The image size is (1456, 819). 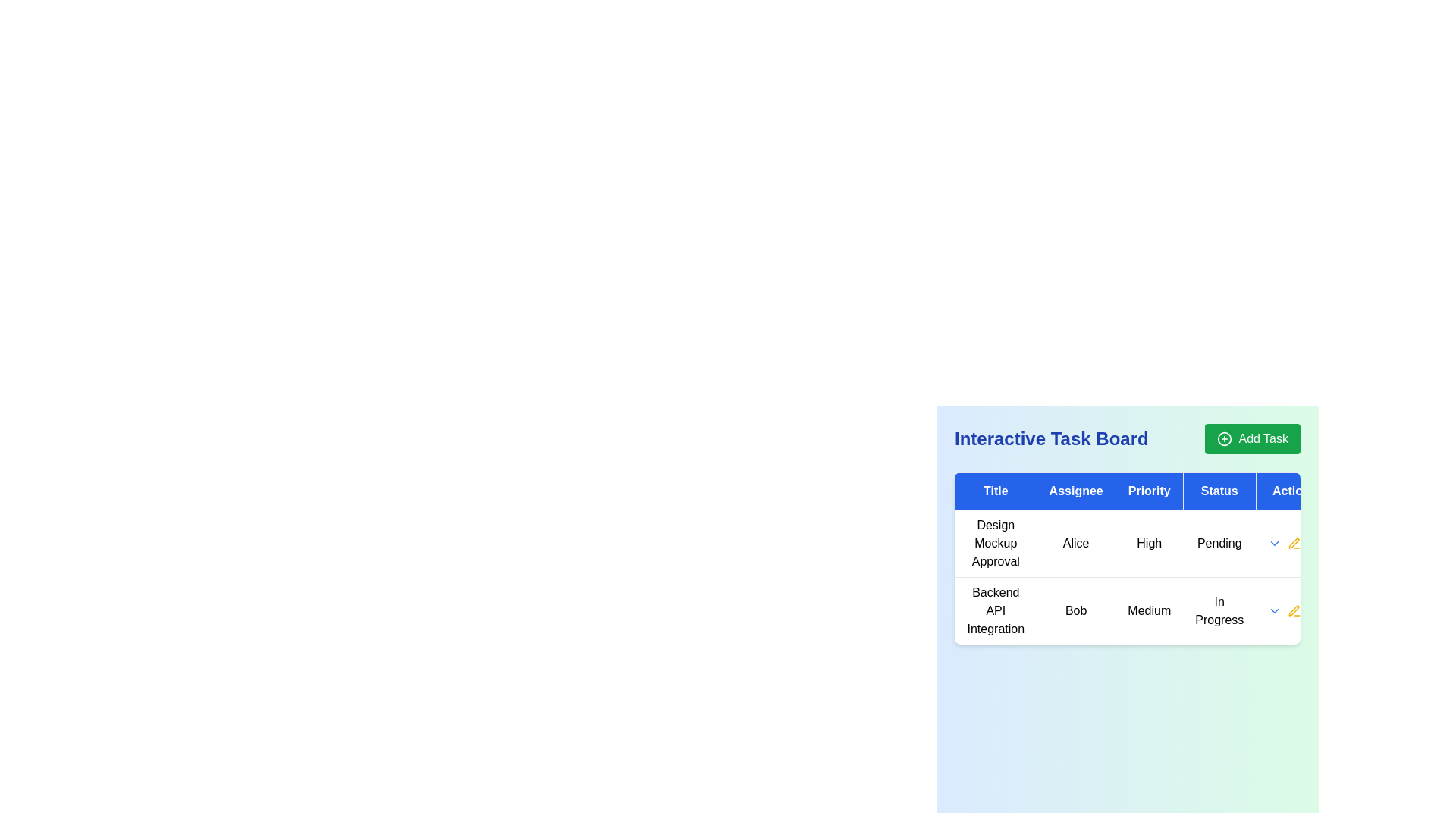 I want to click on the 'Assignee' column header in the task management interface, which is the second item in the header row of the table, so click(x=1075, y=491).